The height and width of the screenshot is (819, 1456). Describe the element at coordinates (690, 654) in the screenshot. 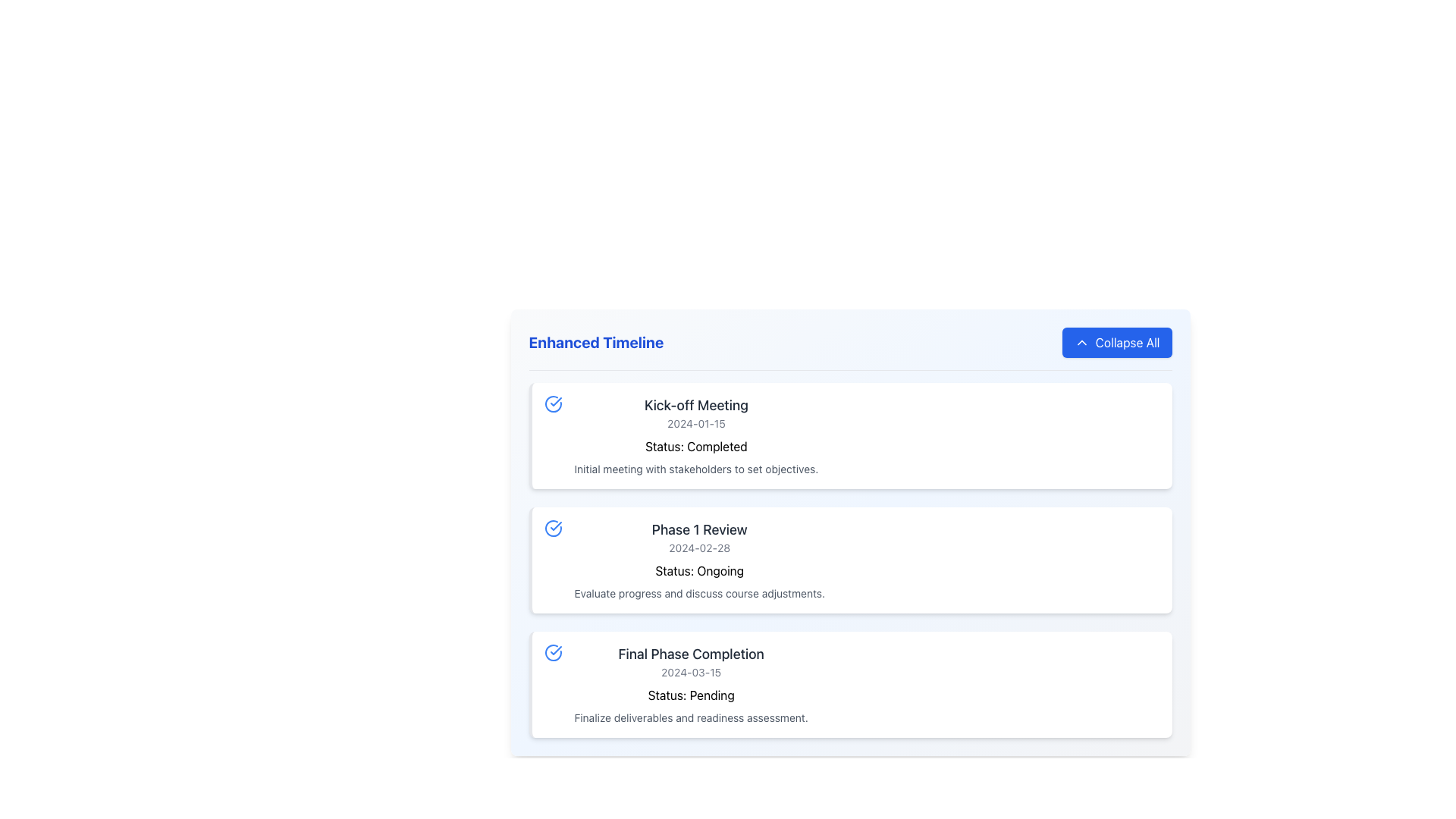

I see `the text label displaying 'Final Phase Completion', which is styled as a prominent title in dark gray at the top of a timeline entry box` at that location.